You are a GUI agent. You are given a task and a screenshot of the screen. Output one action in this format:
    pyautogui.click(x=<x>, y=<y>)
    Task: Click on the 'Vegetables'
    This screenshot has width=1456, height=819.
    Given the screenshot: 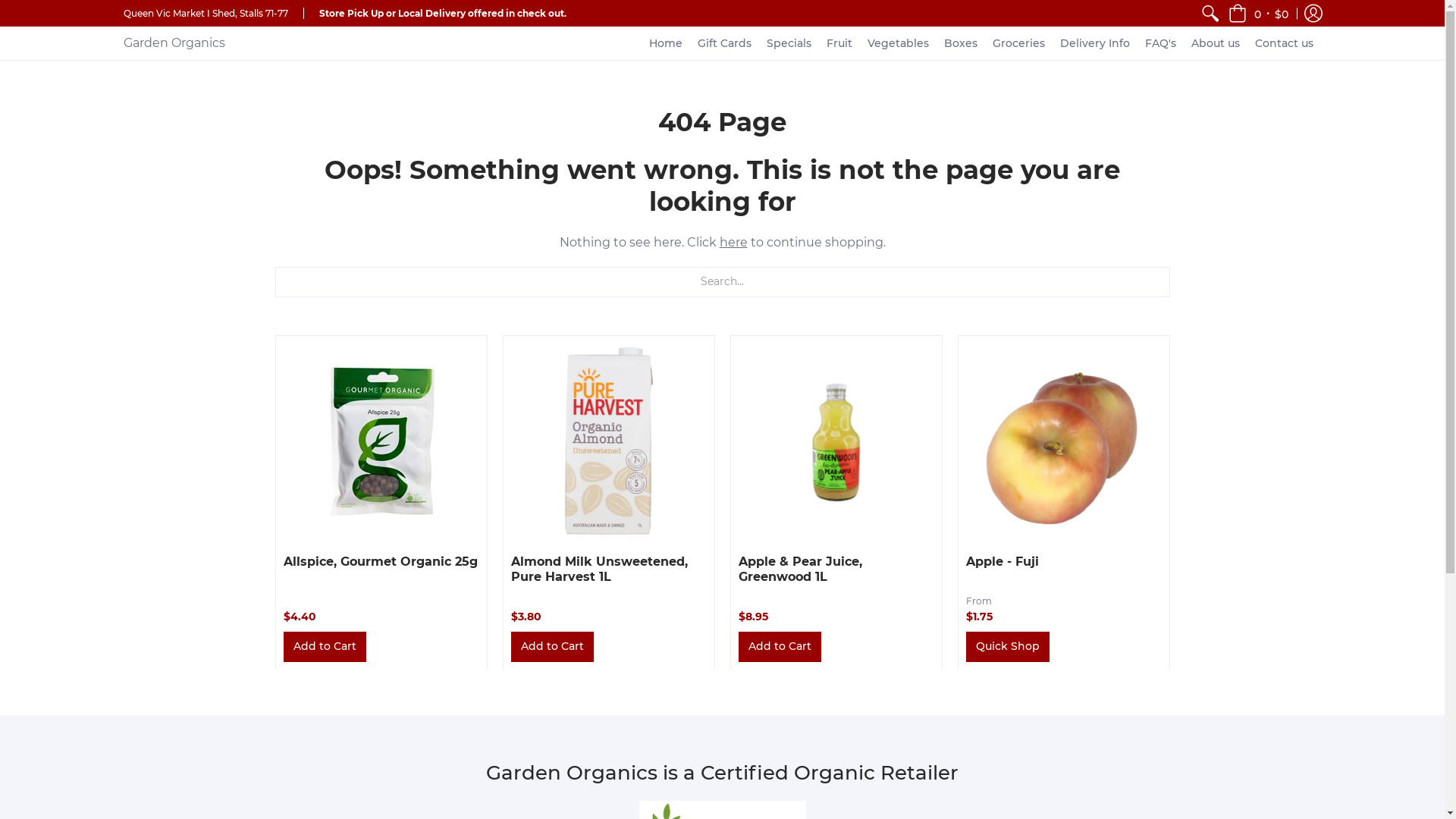 What is the action you would take?
    pyautogui.click(x=898, y=42)
    